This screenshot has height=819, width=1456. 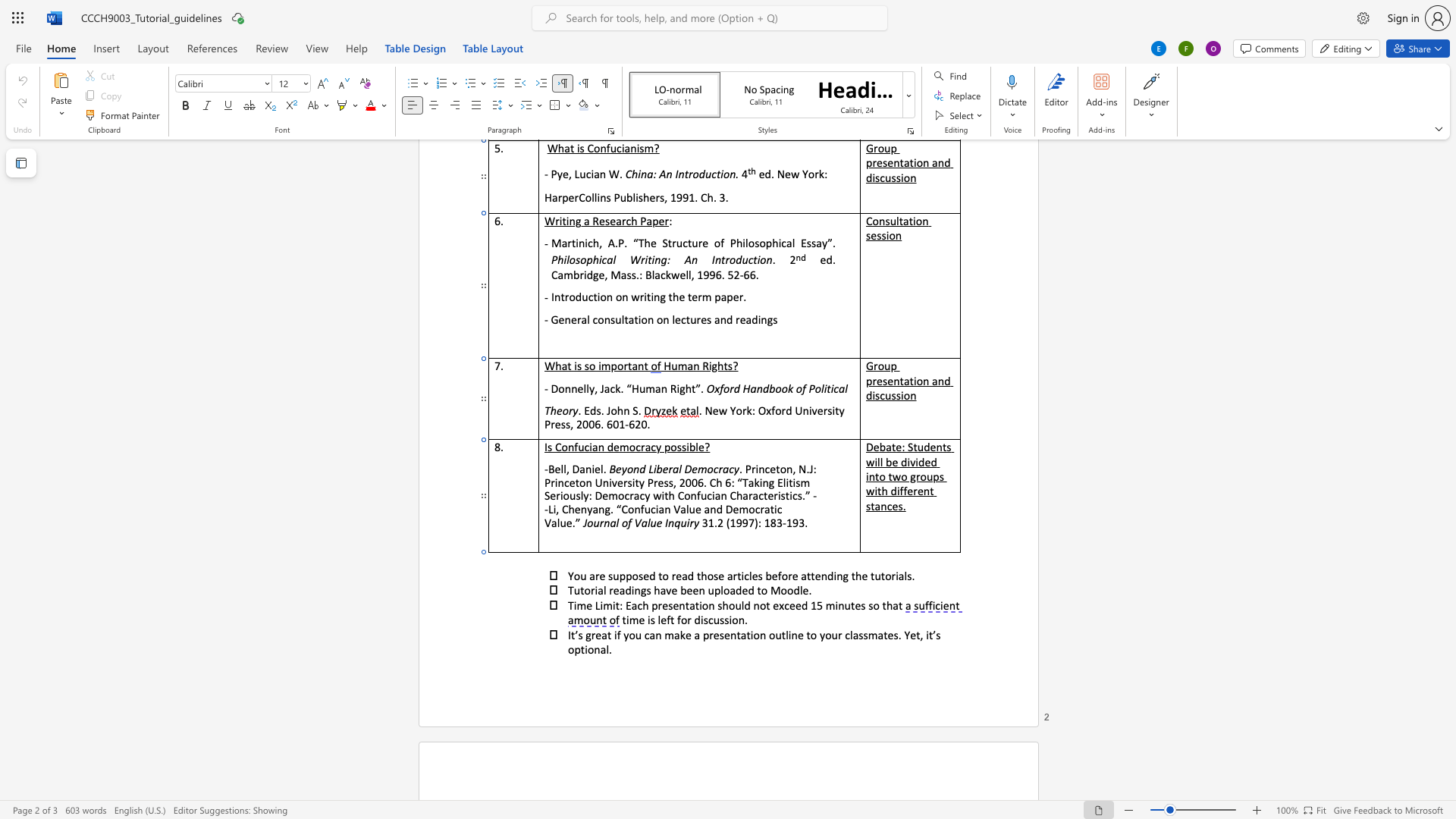 I want to click on the space between the continuous character "o" and "u" in the text, so click(x=735, y=604).